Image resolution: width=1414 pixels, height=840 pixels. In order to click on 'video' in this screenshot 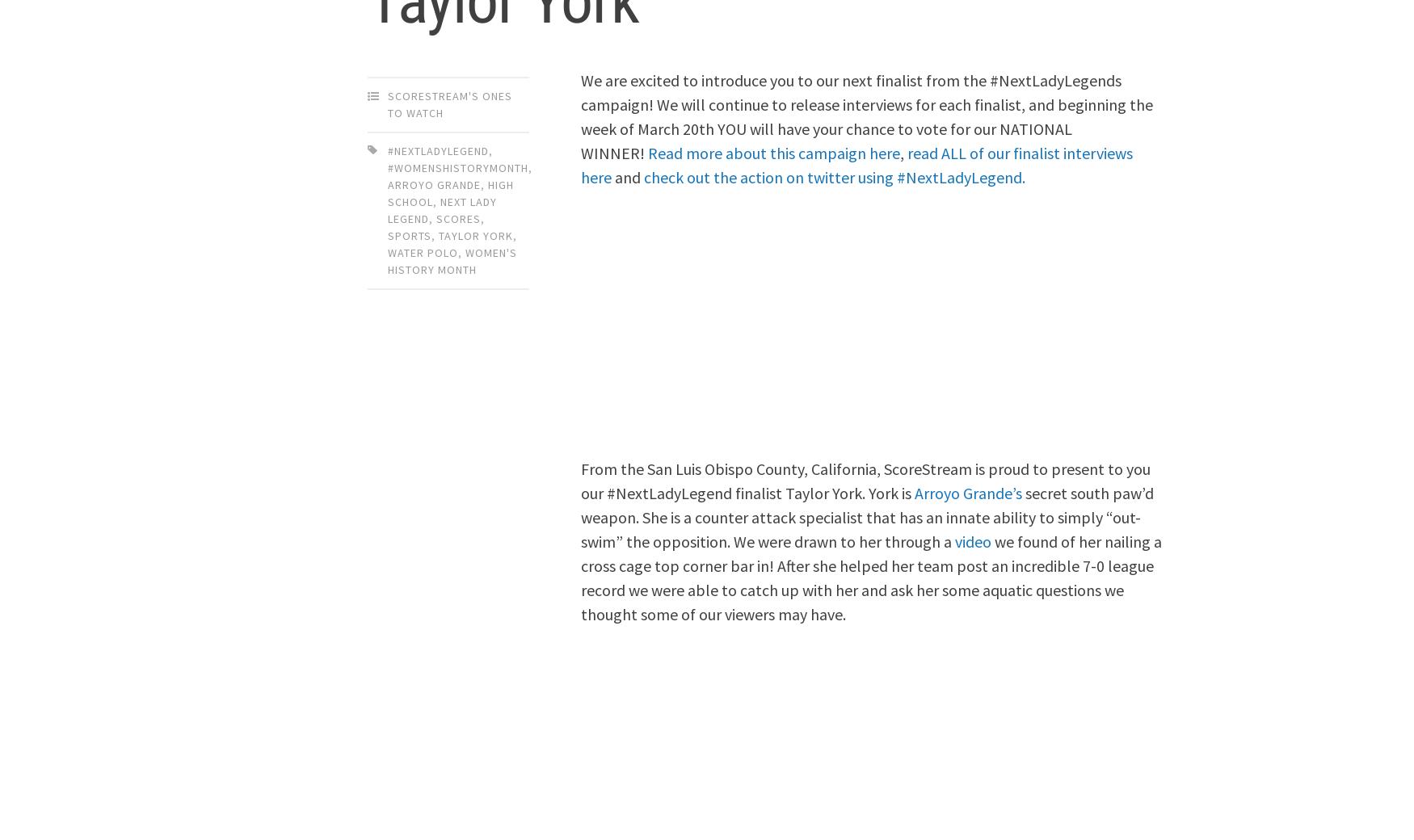, I will do `click(953, 540)`.